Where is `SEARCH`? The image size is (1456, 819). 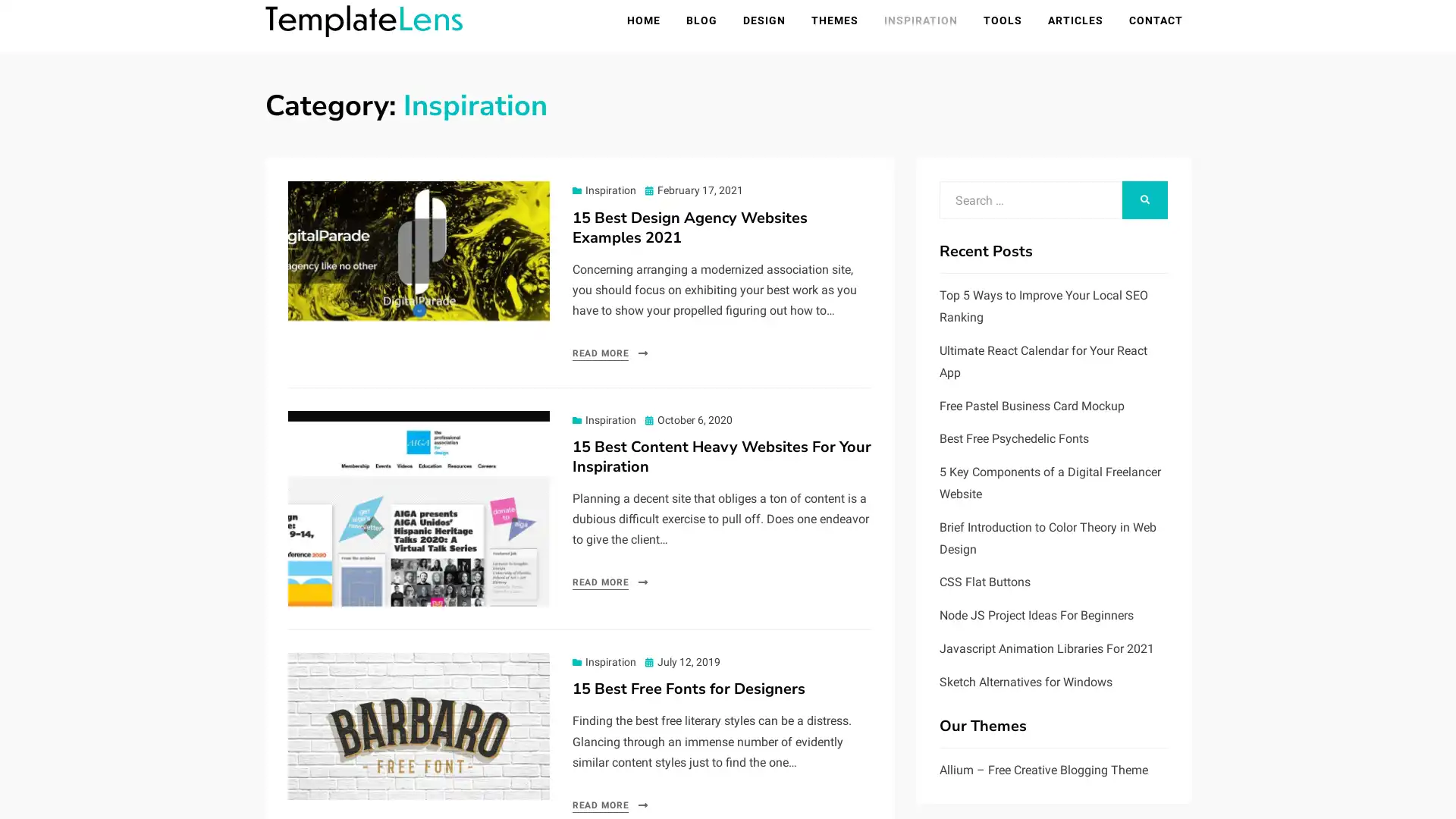
SEARCH is located at coordinates (1145, 201).